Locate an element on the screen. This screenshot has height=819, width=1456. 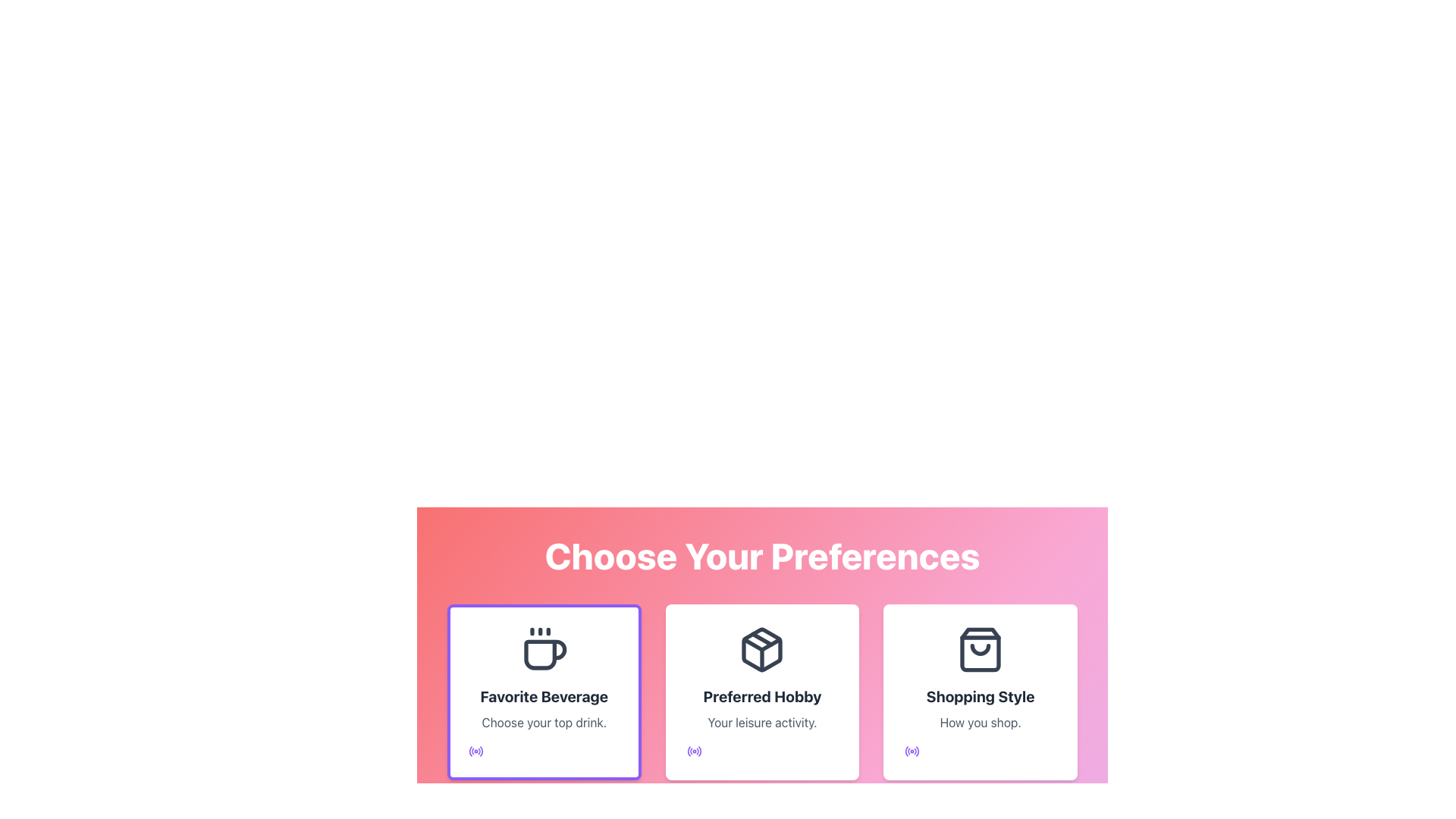
the 'Preferred Hobby' icon located in the second card of a horizontally aligned section between 'Favorite Beverage' and 'Shopping Style' is located at coordinates (762, 648).